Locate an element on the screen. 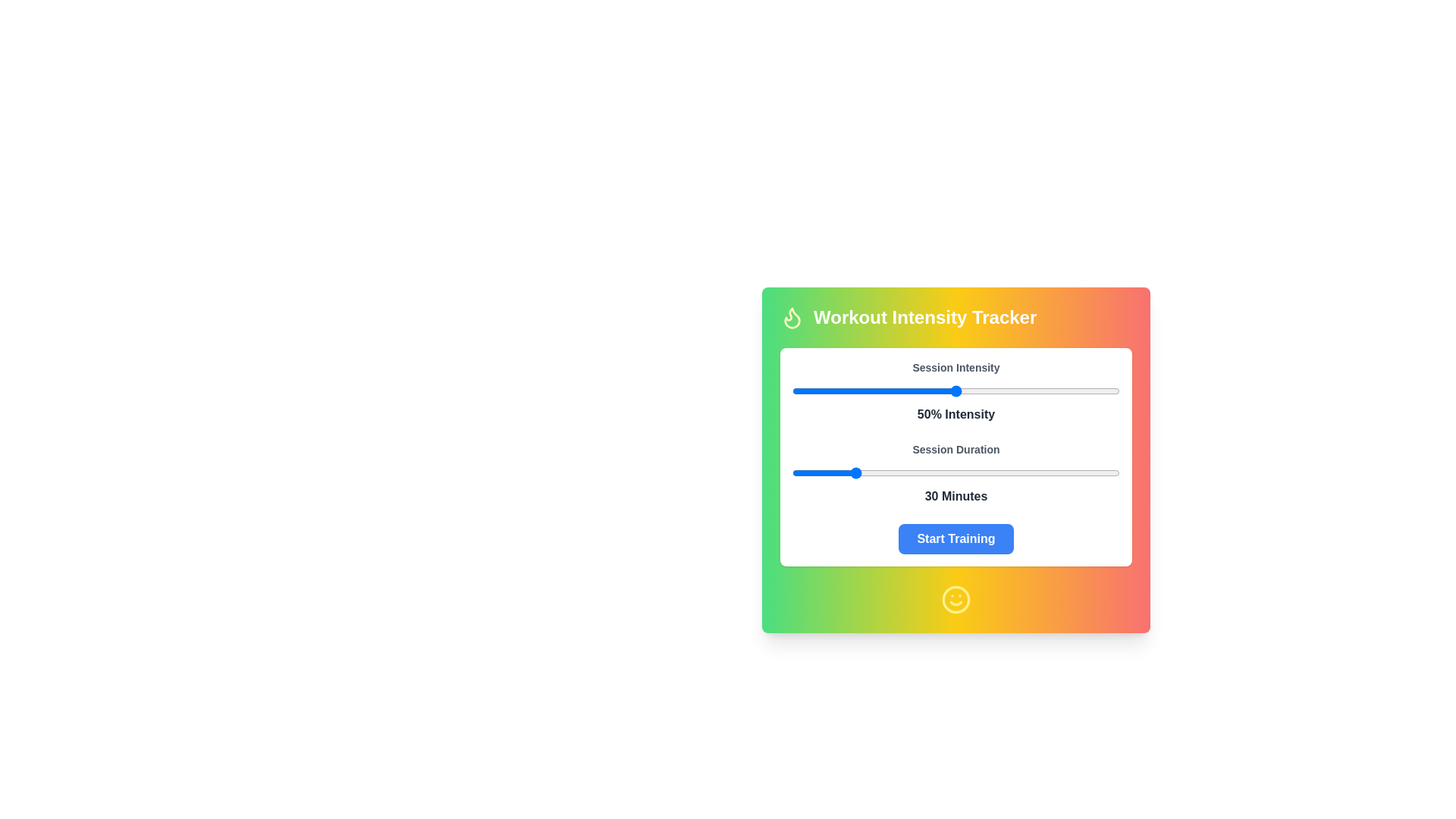  the session duration slider to set the duration to 70 minutes is located at coordinates (971, 472).